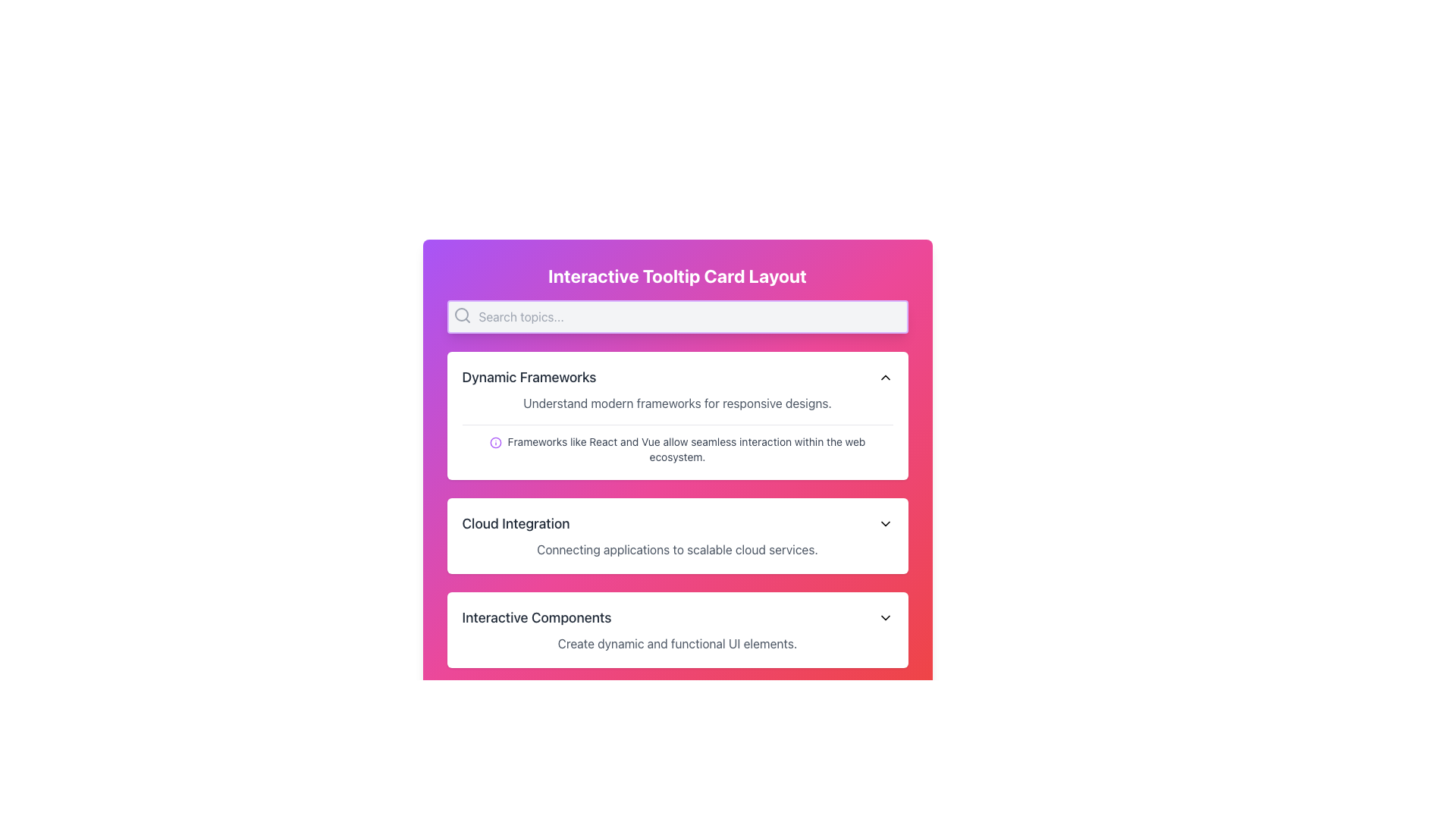 The image size is (1456, 819). I want to click on the visual details of the icon located to the left of the descriptive text 'Frameworks like React and Vue allow seamless interaction within the web ecosystem' in the 'Dynamic Frameworks' section, so click(495, 443).